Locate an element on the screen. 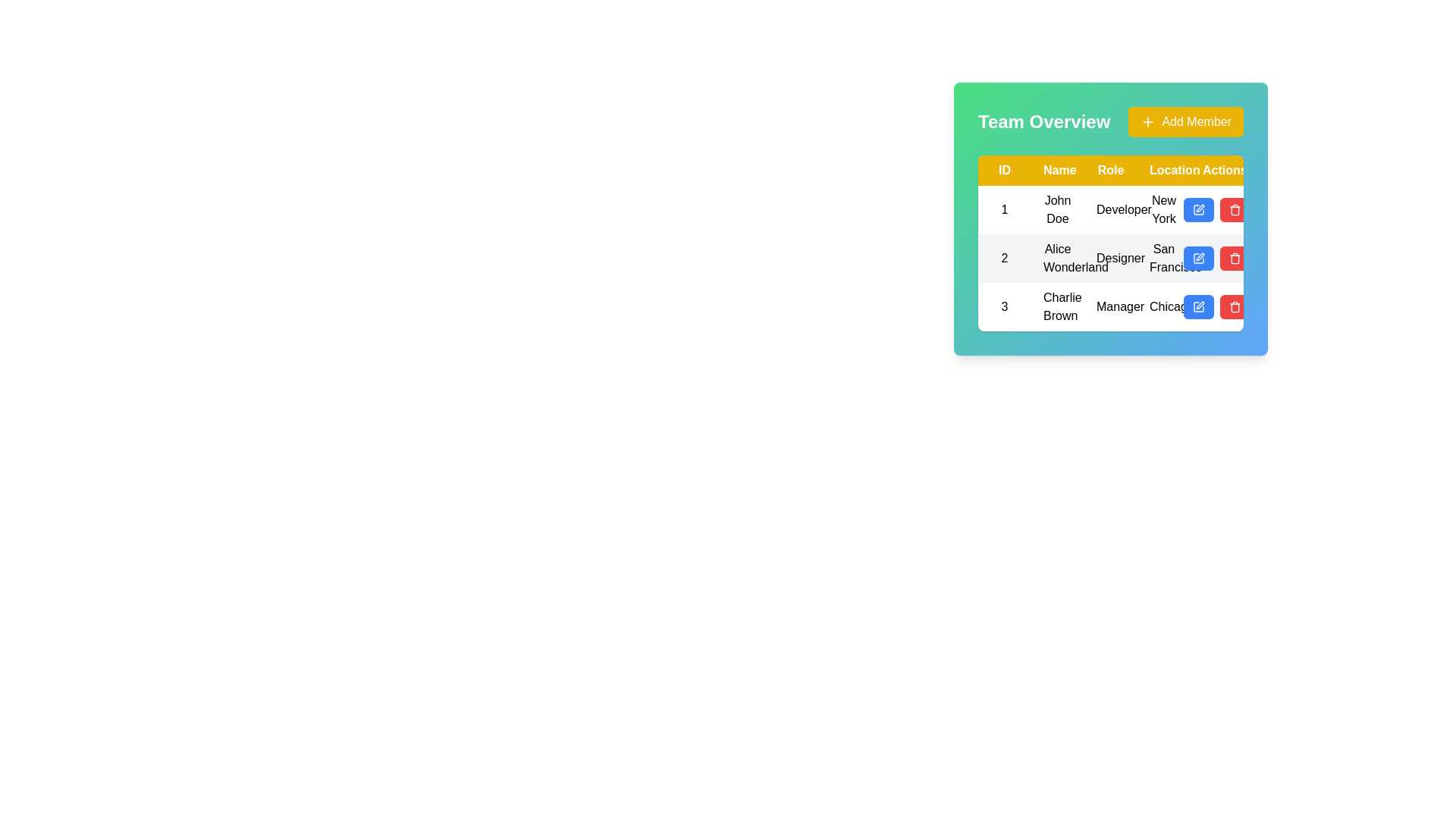  the edit button located in the first row of the 'Actions' column in the 'Team Overview' card is located at coordinates (1197, 210).